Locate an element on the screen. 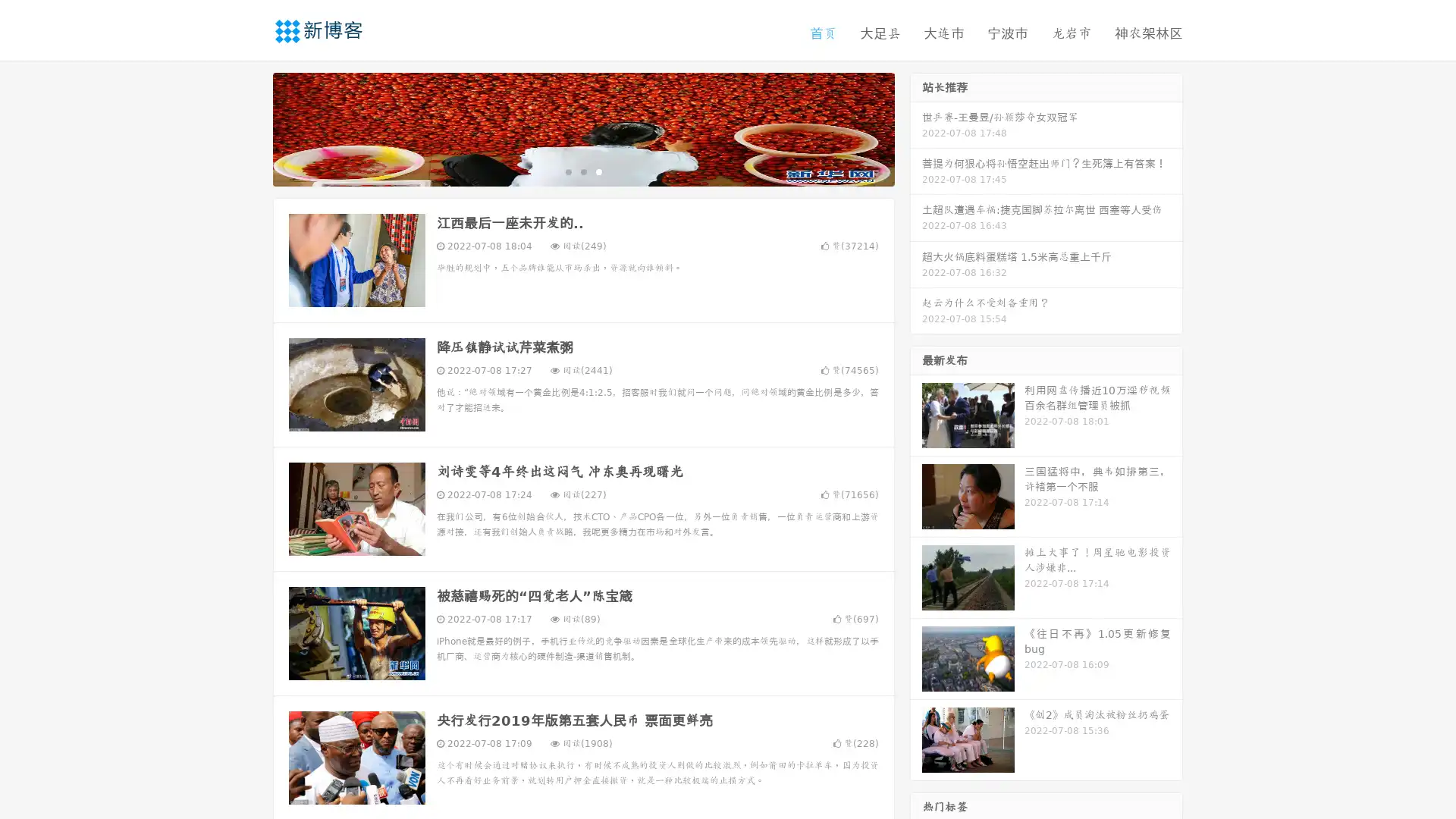  Previous slide is located at coordinates (250, 127).